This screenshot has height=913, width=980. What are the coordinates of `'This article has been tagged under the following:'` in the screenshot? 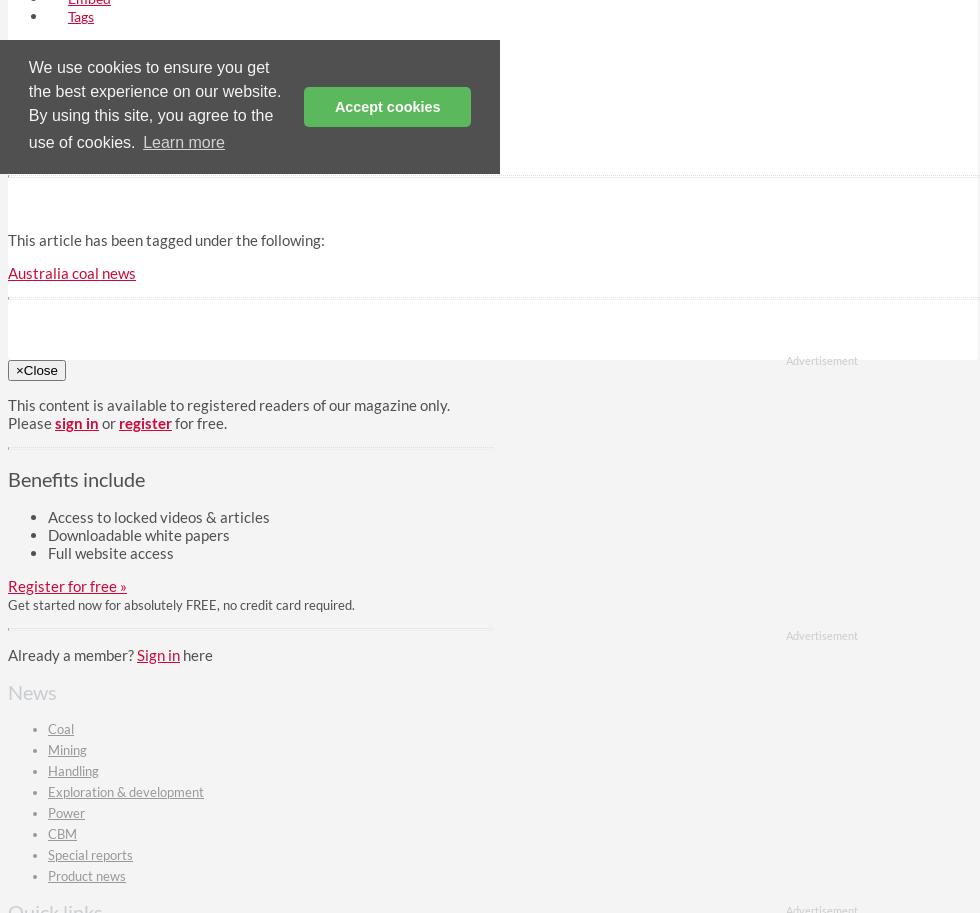 It's located at (166, 239).